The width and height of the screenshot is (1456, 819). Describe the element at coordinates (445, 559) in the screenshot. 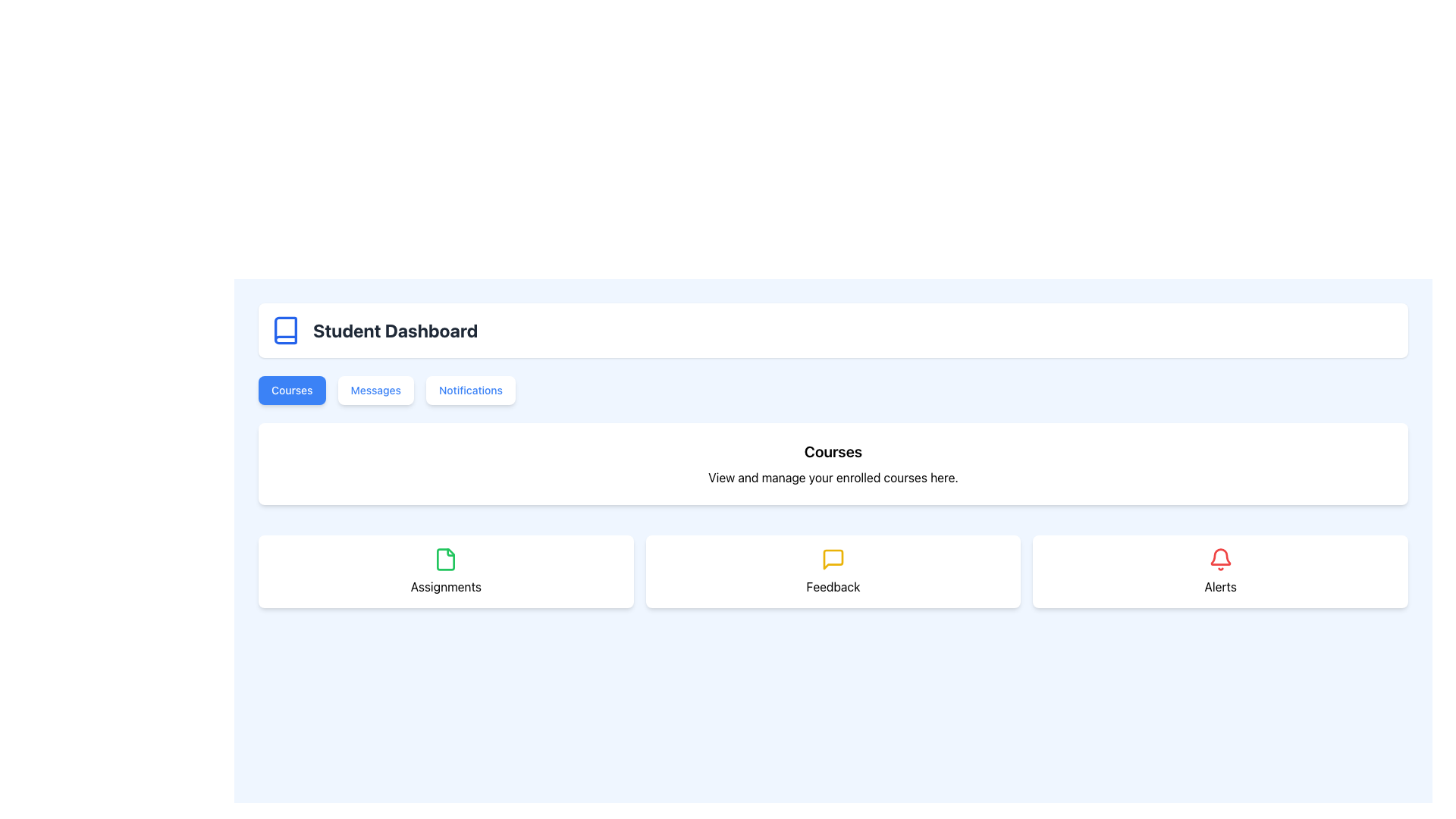

I see `the green file/document icon located above the 'Assignments' text within the leftmost white card` at that location.